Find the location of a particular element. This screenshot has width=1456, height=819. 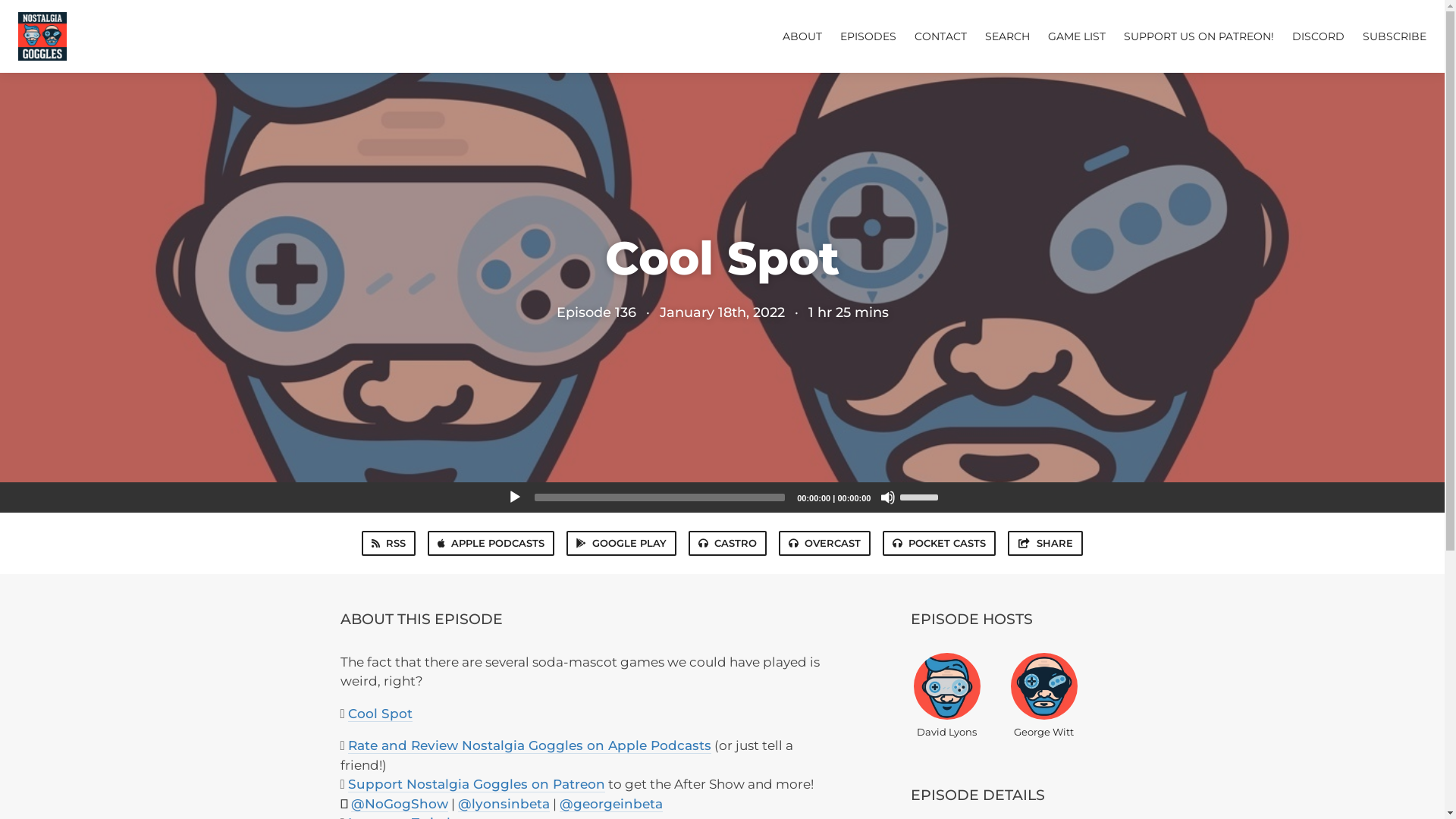

'GAME LIST' is located at coordinates (1076, 35).